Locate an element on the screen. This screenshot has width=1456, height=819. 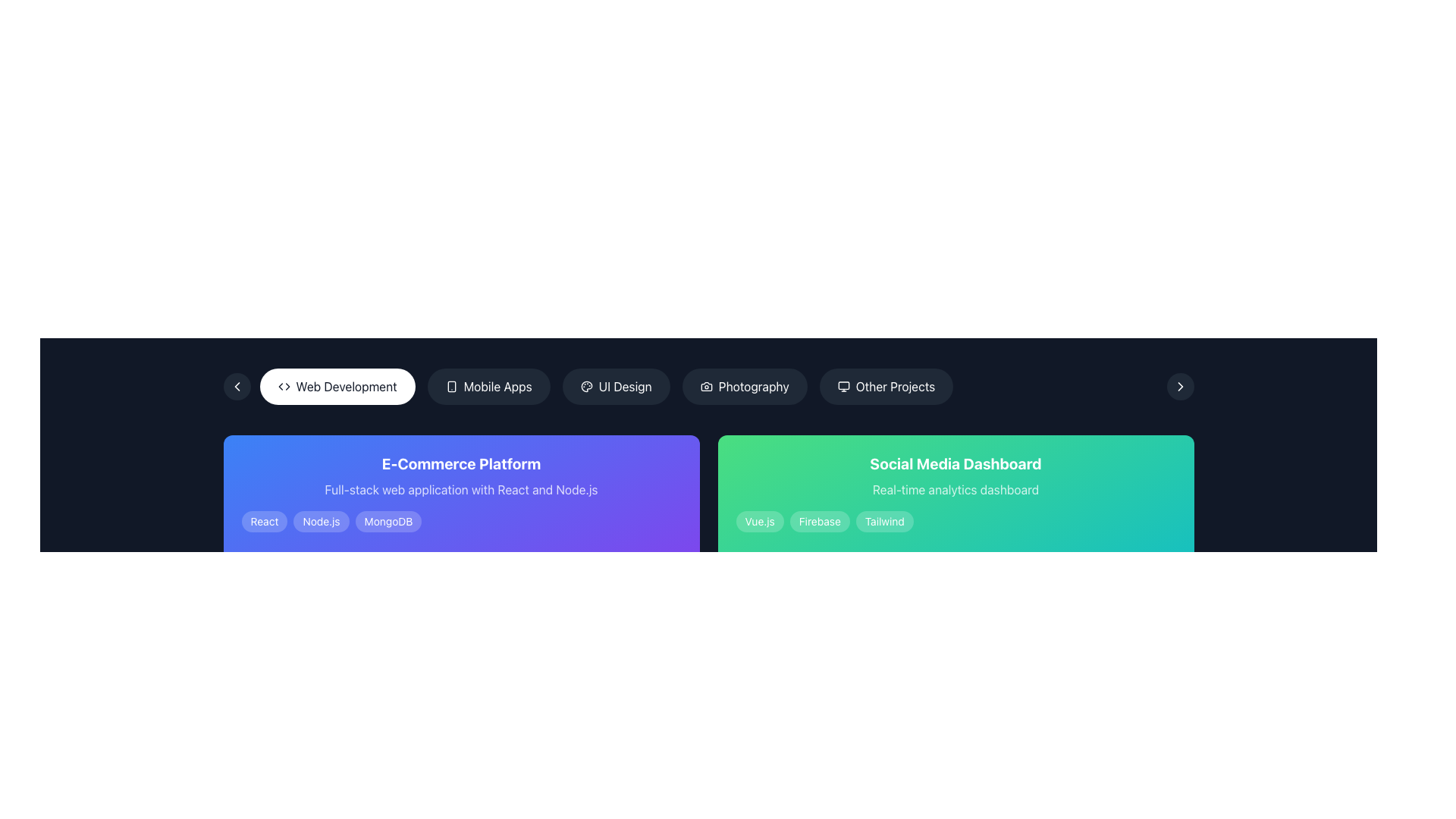
the rounded rectangular label displaying the text 'Firebase' with a semi-transparent white background, which is the second label in a sequence of three, positioned between 'Vue.js' and 'Tailwind' is located at coordinates (819, 520).